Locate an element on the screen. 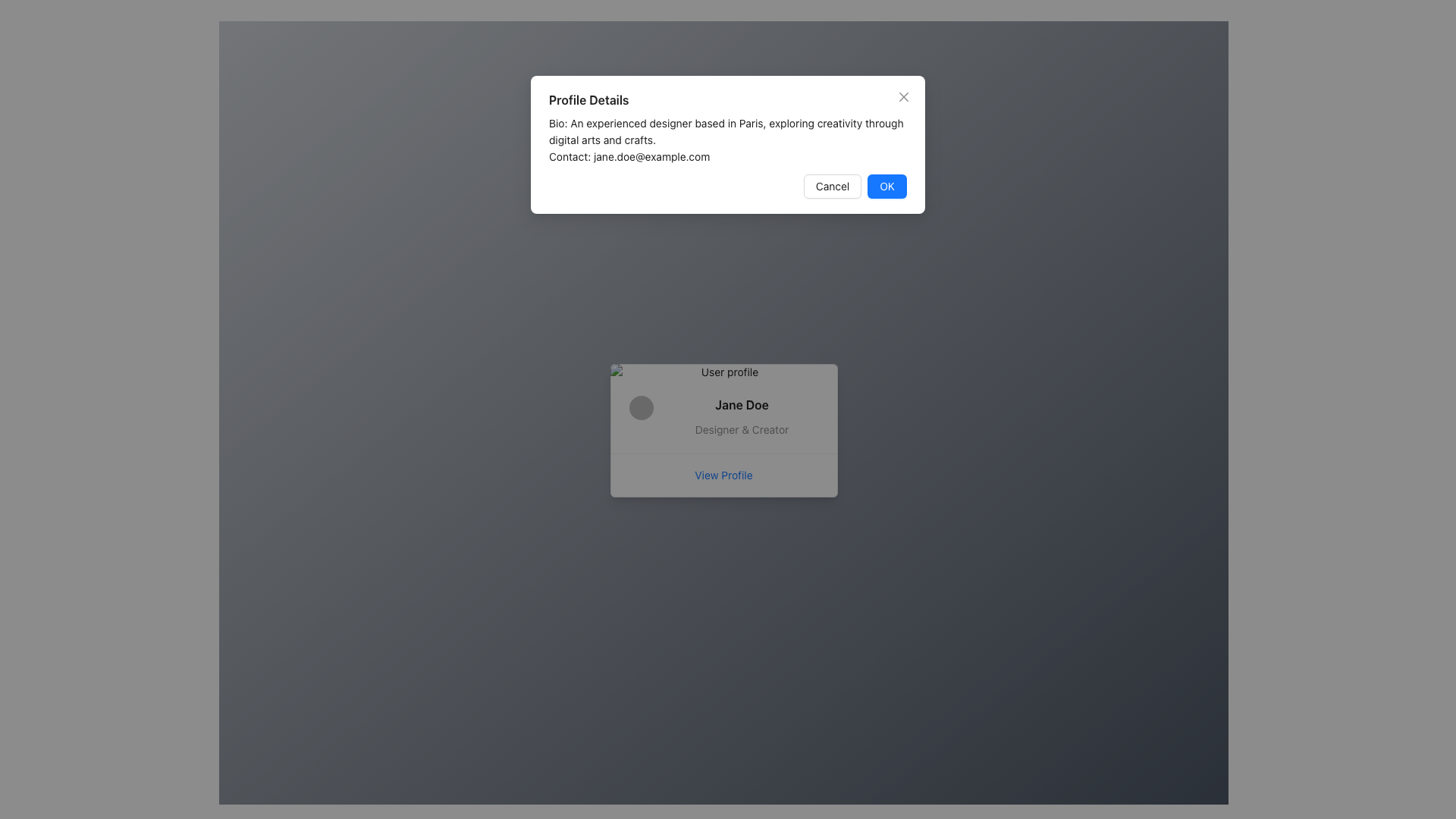  the circular avatar placeholder representing the user profile picture within the 'User profile' card is located at coordinates (641, 407).